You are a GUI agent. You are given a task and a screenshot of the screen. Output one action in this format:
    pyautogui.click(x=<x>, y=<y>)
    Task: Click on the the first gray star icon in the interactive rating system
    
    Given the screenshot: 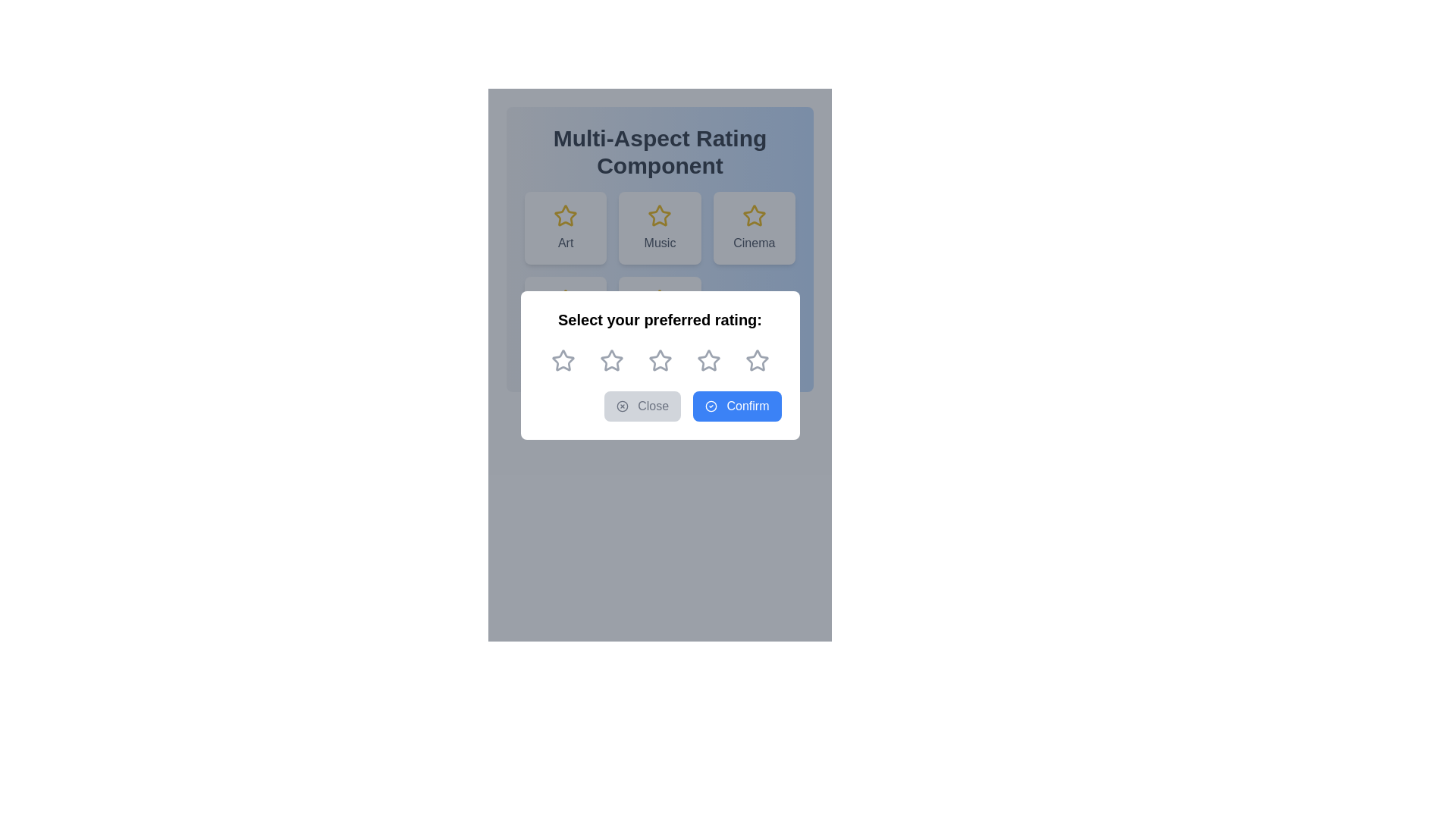 What is the action you would take?
    pyautogui.click(x=562, y=360)
    